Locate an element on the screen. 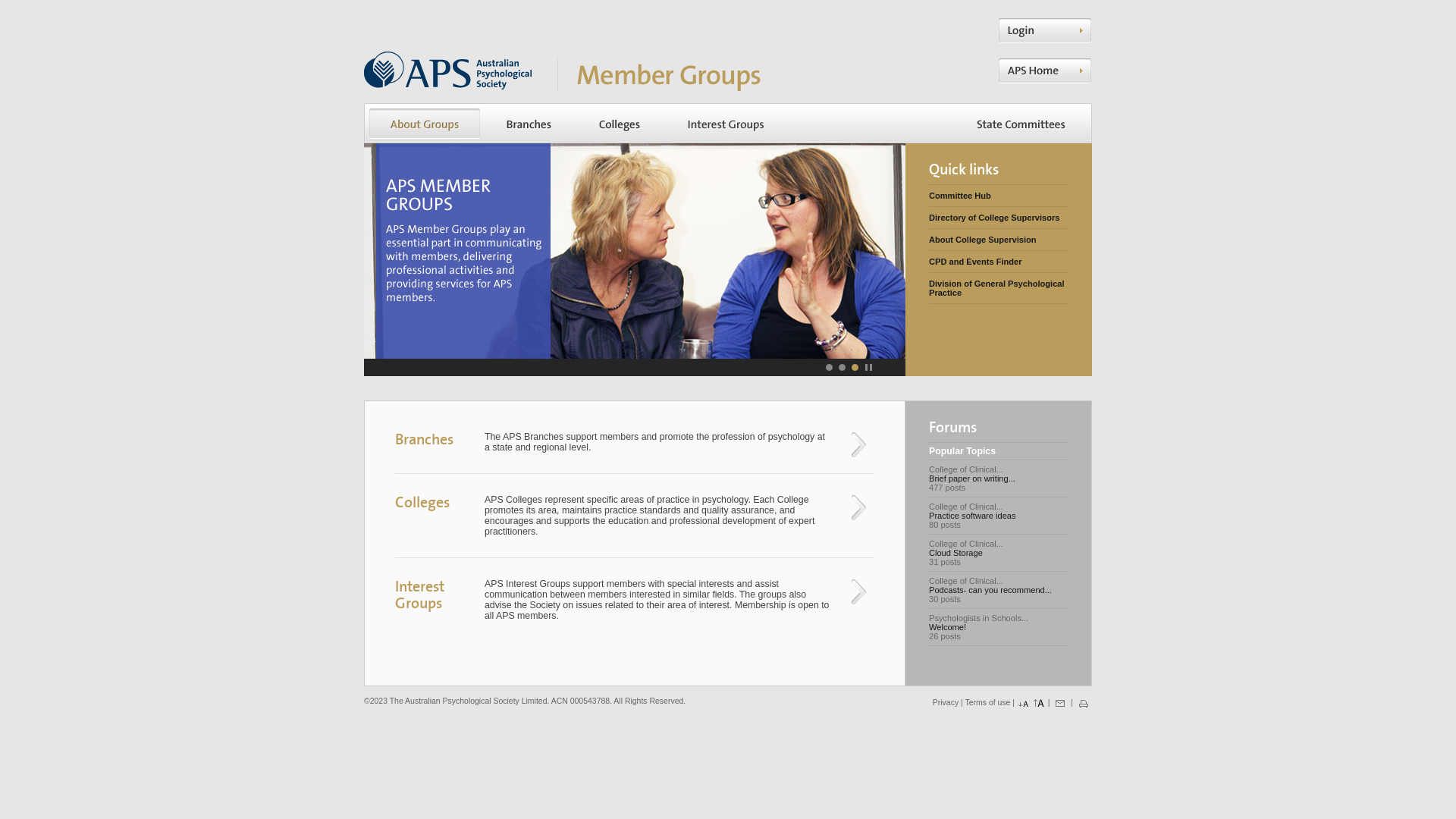 The height and width of the screenshot is (819, 1456). 'College of Clinical... is located at coordinates (998, 479).